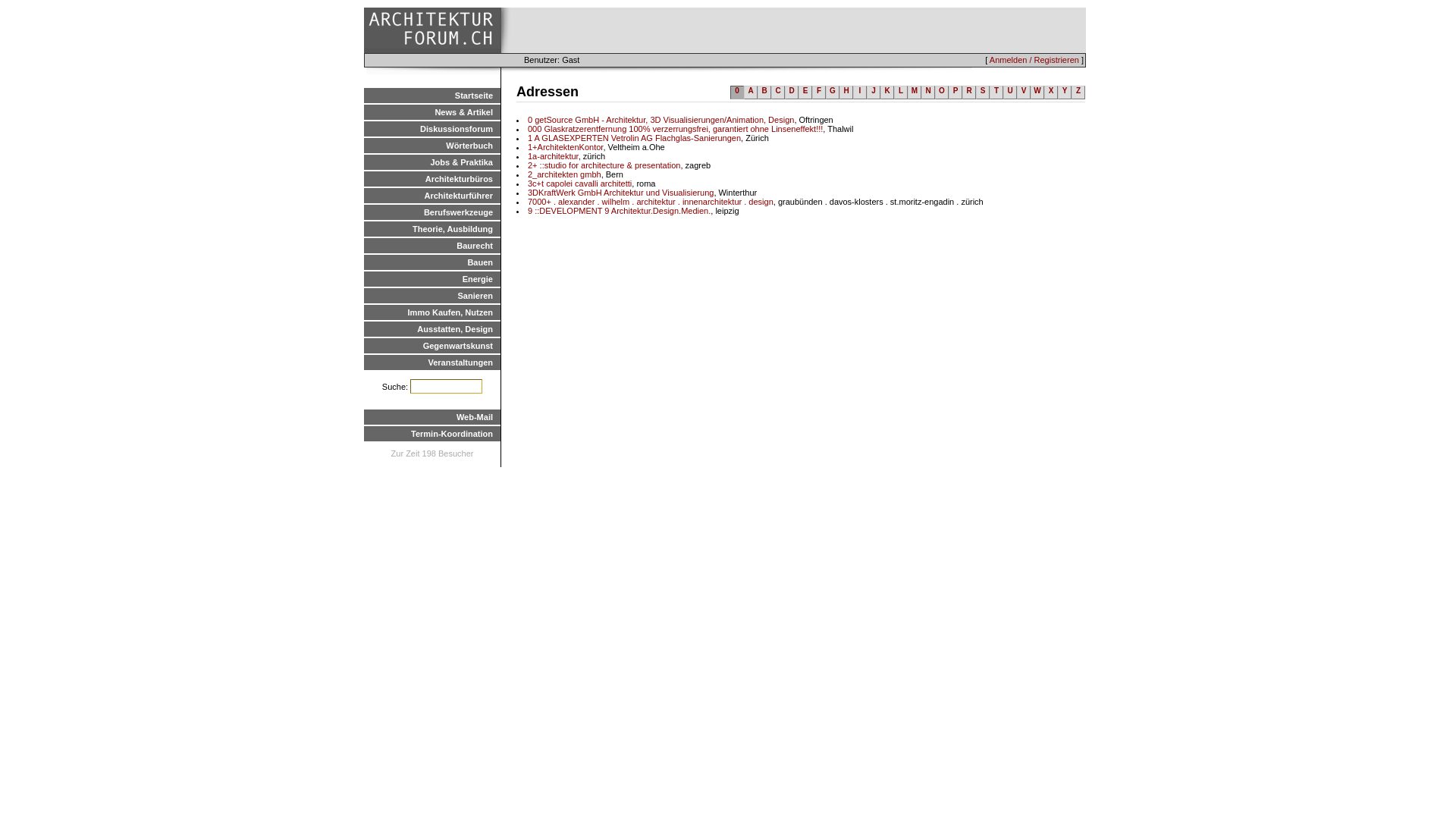  What do you see at coordinates (431, 262) in the screenshot?
I see `'Bauen'` at bounding box center [431, 262].